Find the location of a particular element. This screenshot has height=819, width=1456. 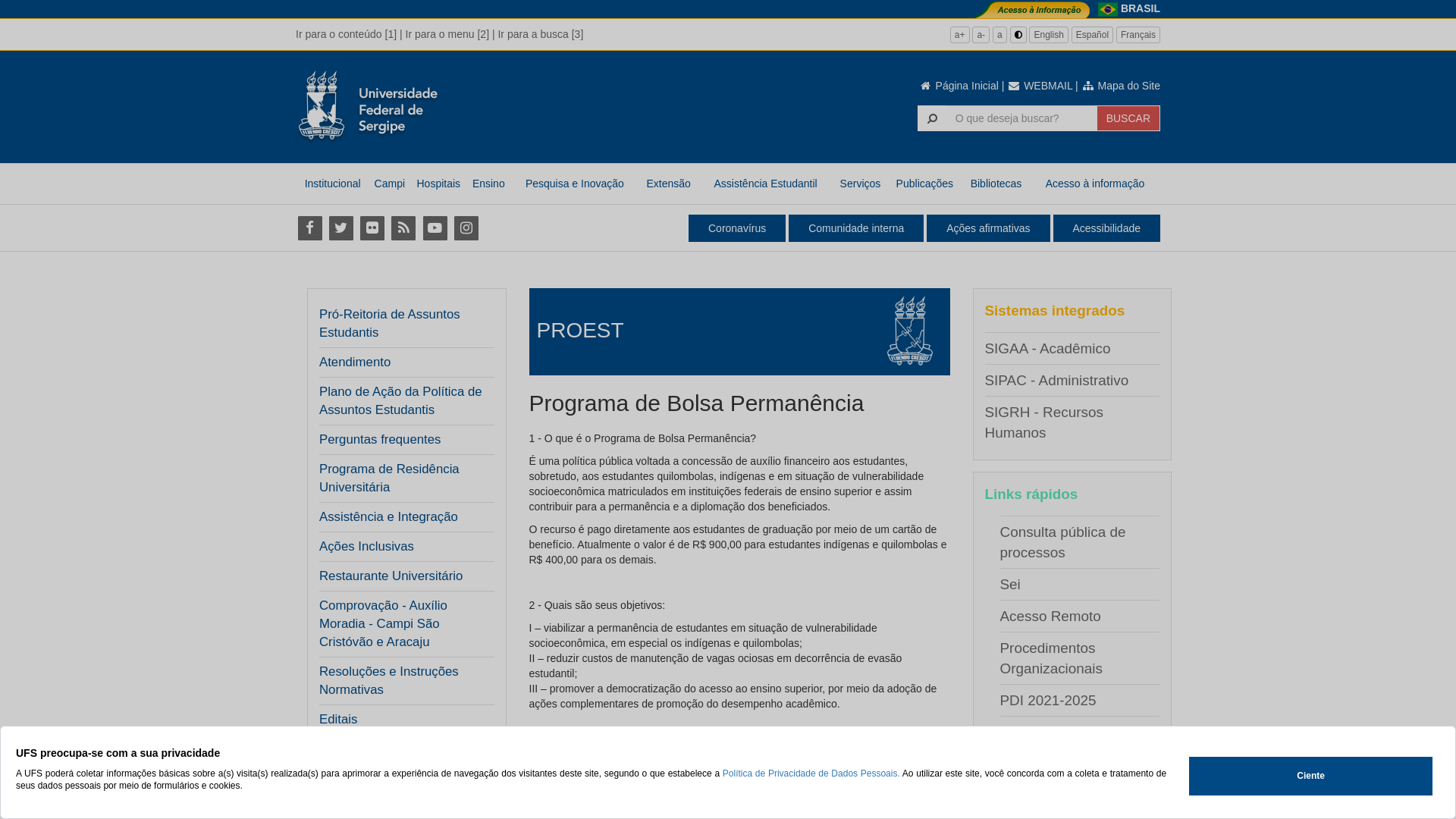

'Flickr' is located at coordinates (372, 227).